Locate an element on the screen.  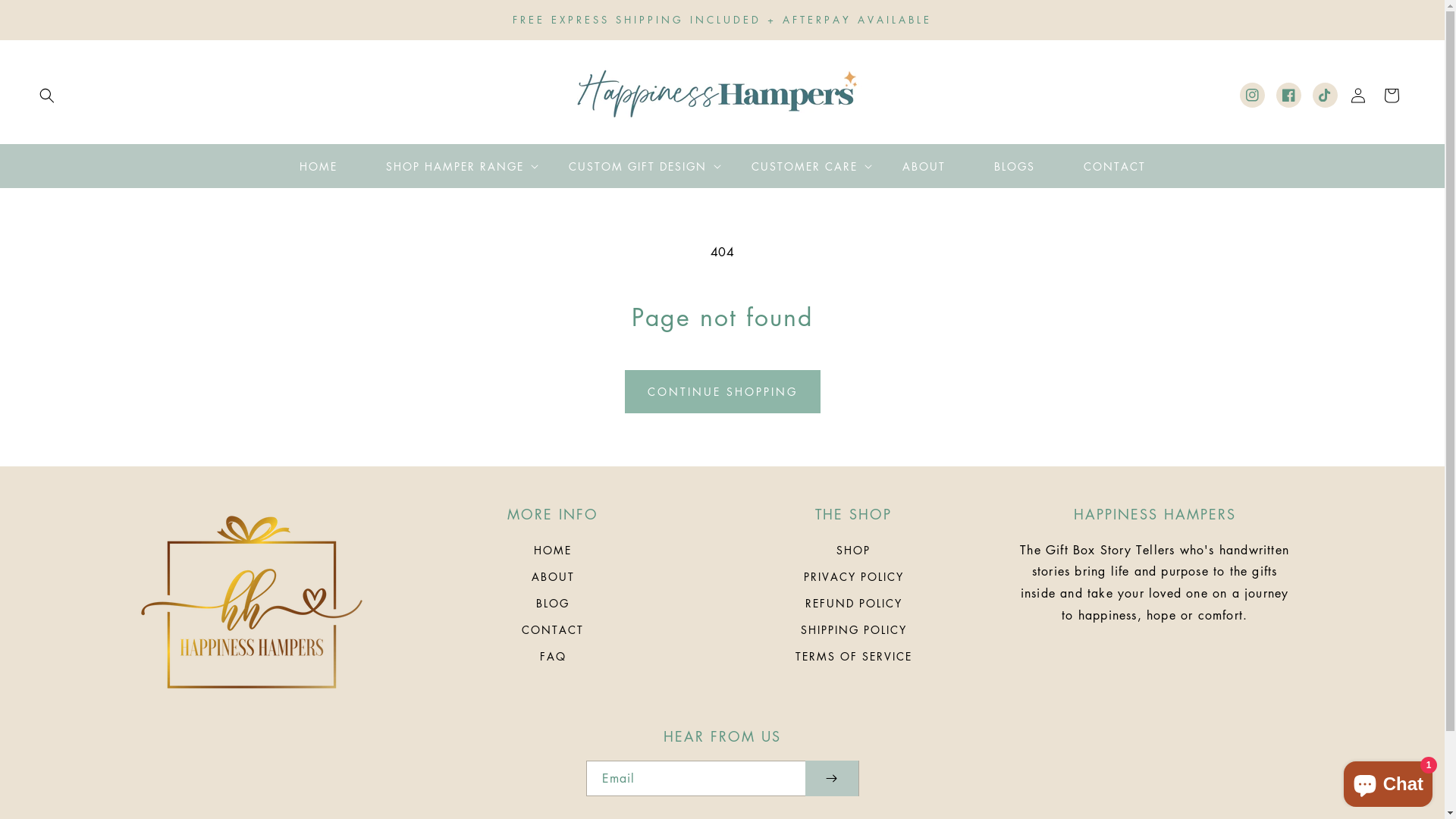
'SHIPPING POLICY' is located at coordinates (800, 629).